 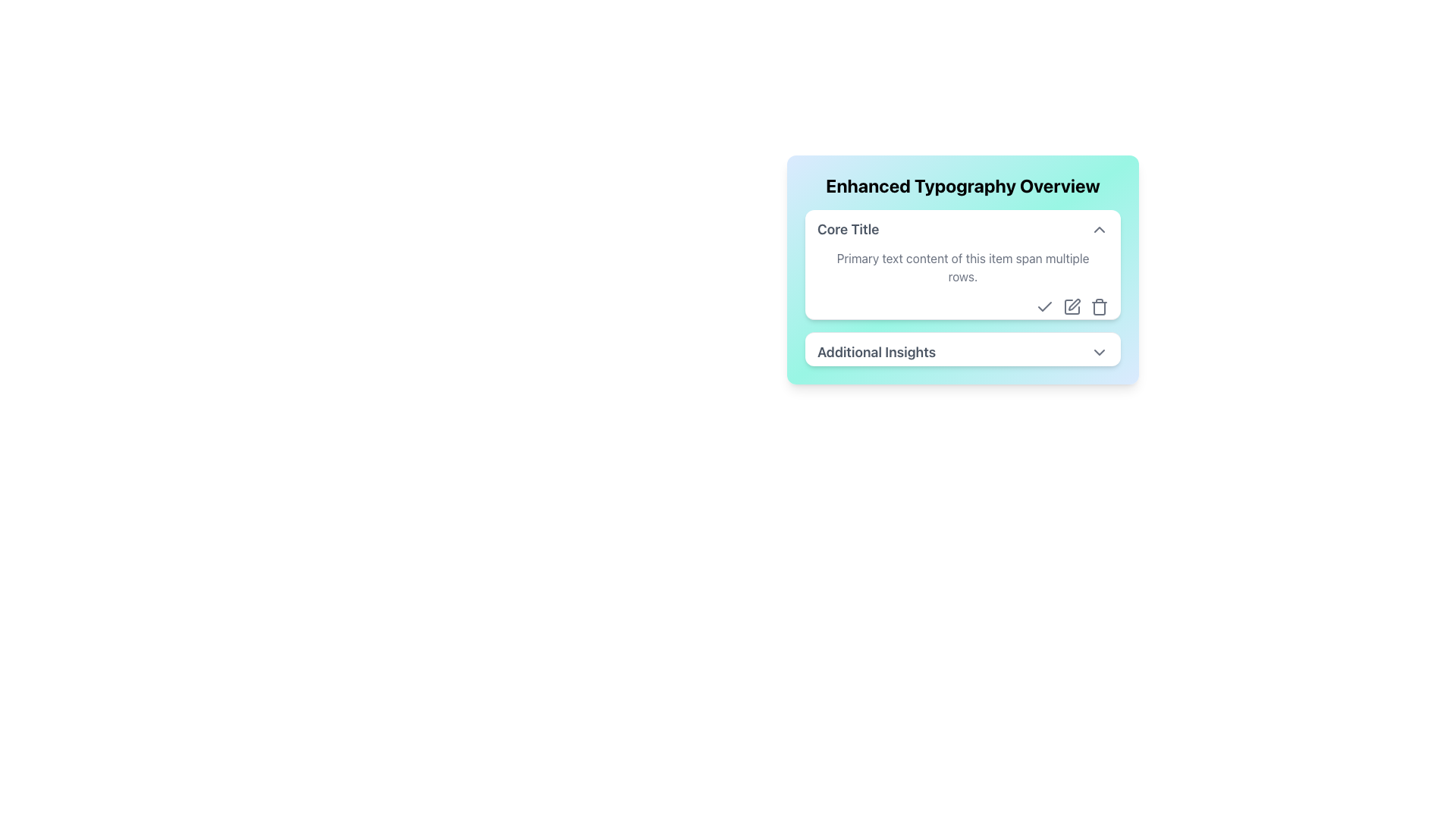 I want to click on the static text label that indicates the additional insights section, which is positioned to the left of an interactive chevron arrow and a text icon, so click(x=877, y=353).